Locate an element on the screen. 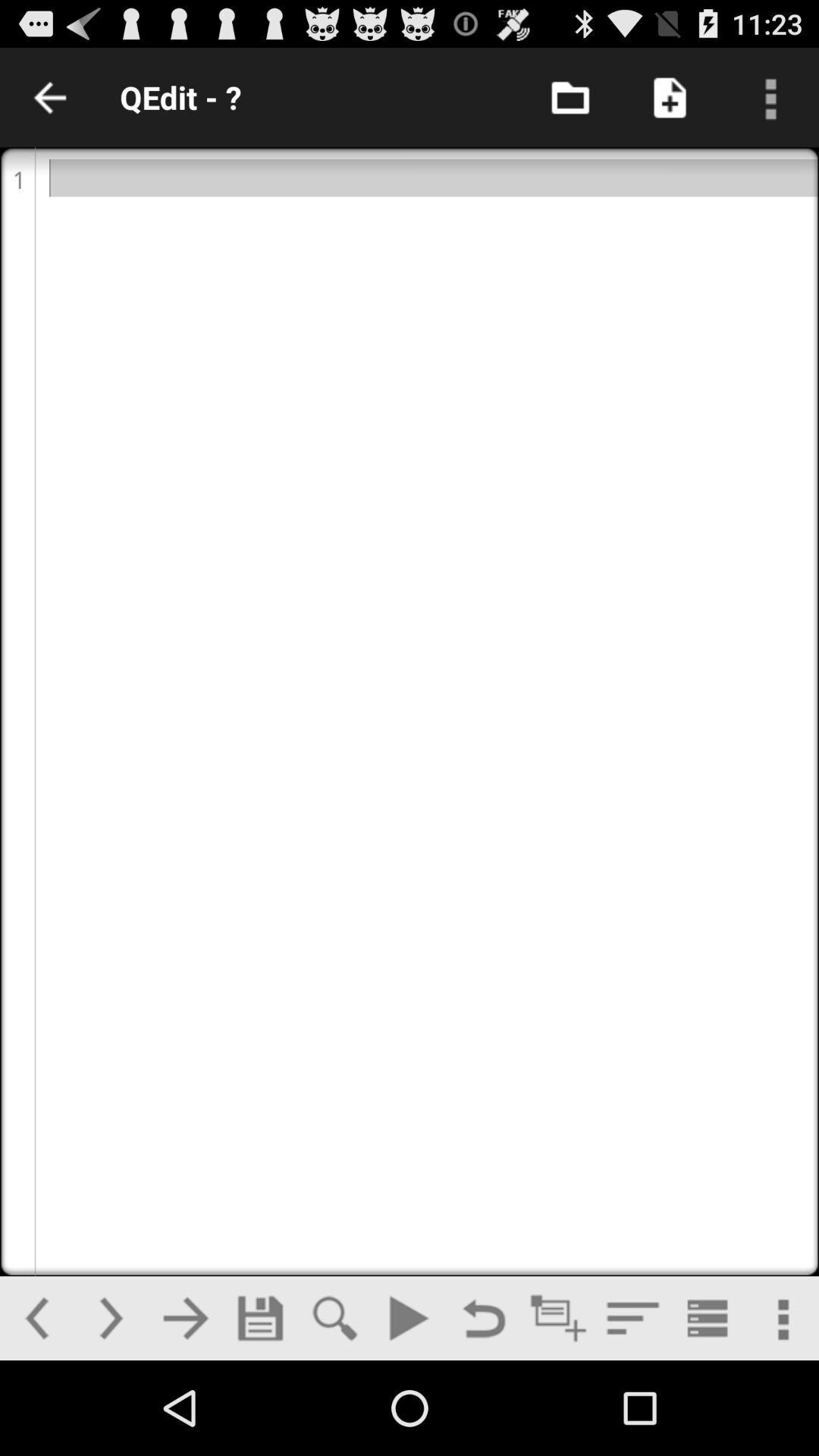 The image size is (819, 1456). play is located at coordinates (408, 1317).